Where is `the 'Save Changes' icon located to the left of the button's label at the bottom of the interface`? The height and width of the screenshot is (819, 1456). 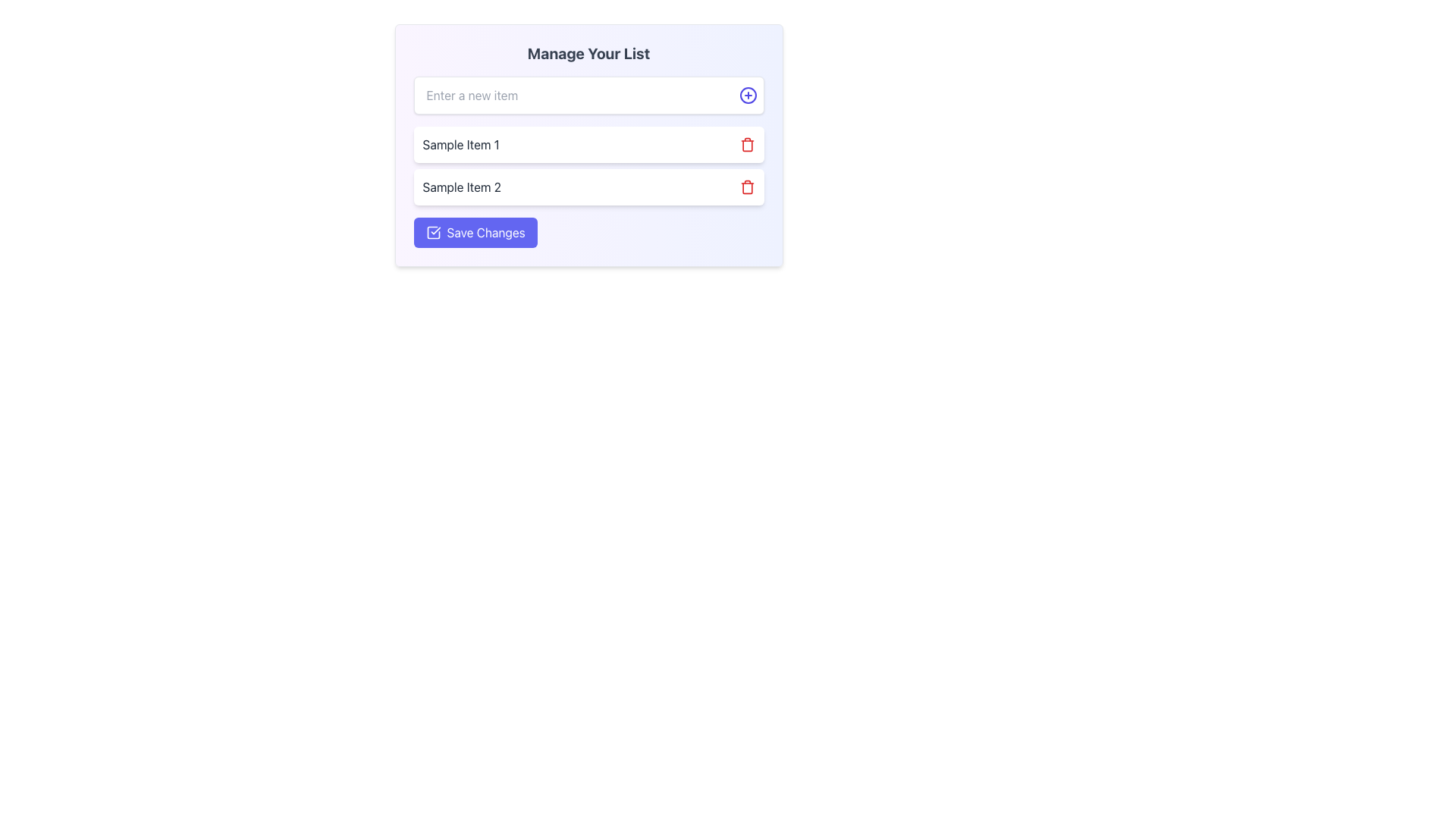
the 'Save Changes' icon located to the left of the button's label at the bottom of the interface is located at coordinates (432, 233).